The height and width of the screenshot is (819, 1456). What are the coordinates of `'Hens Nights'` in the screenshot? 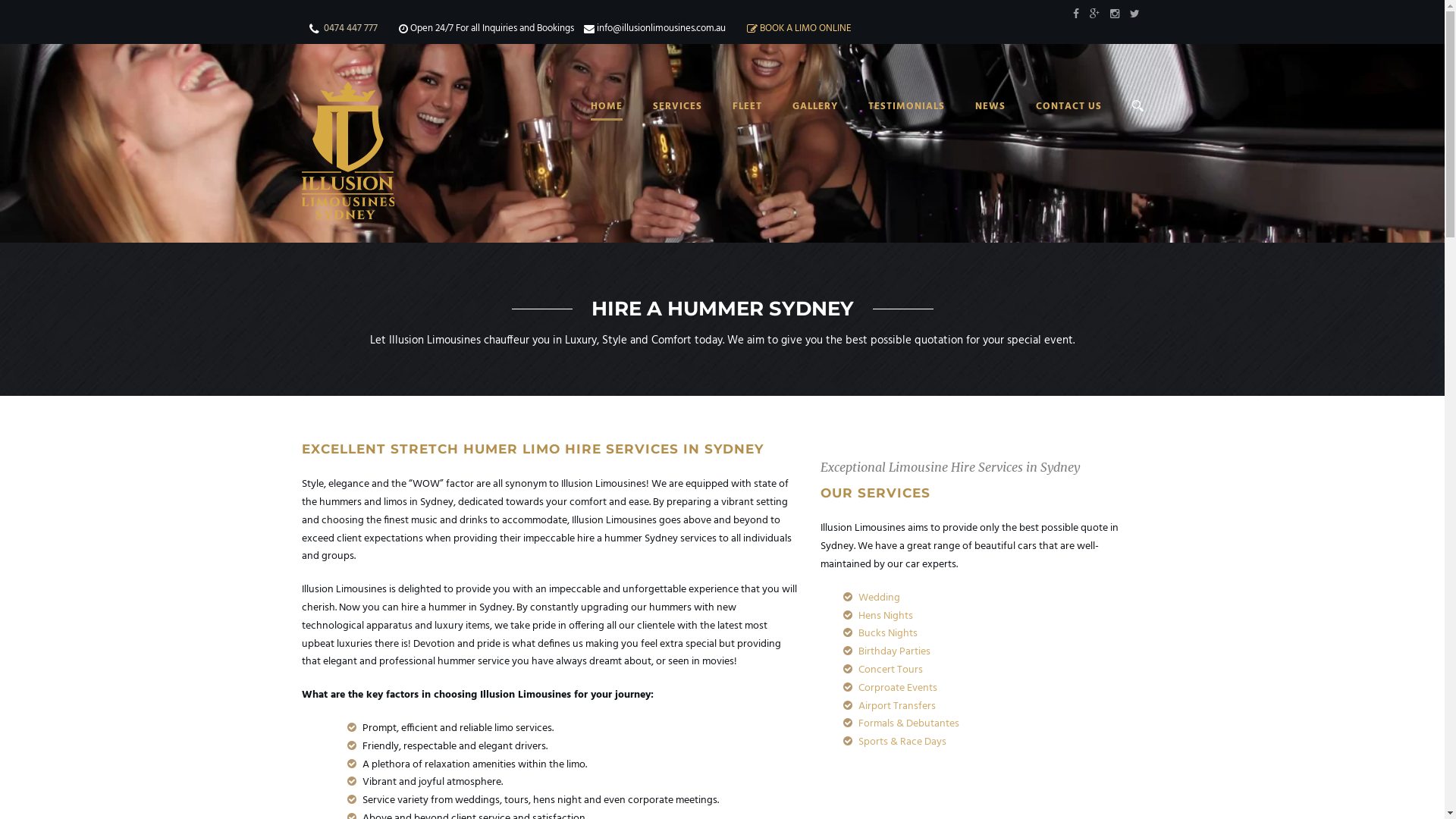 It's located at (885, 616).